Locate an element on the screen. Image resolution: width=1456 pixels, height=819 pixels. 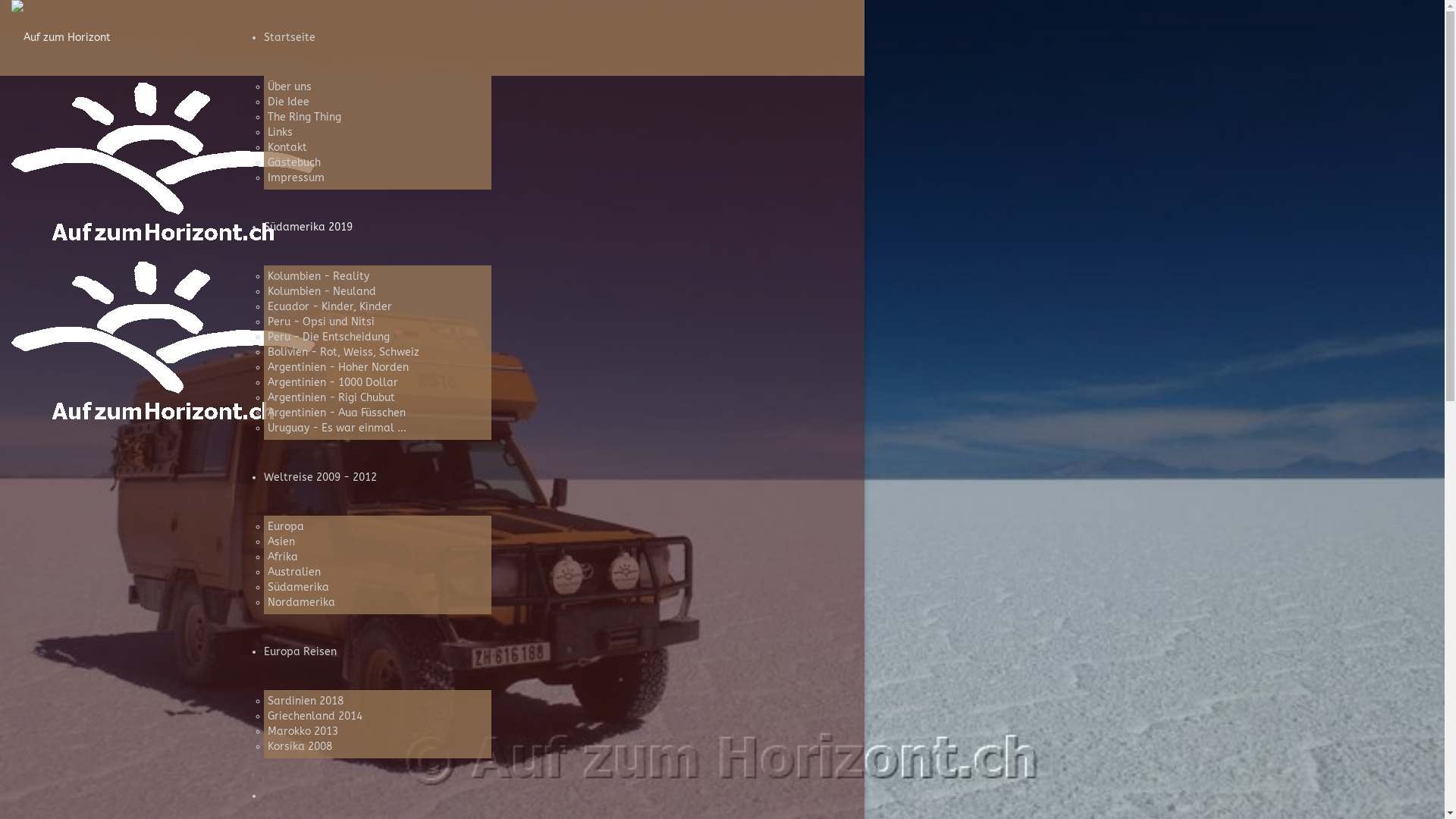
'The Ring Thing' is located at coordinates (303, 116).